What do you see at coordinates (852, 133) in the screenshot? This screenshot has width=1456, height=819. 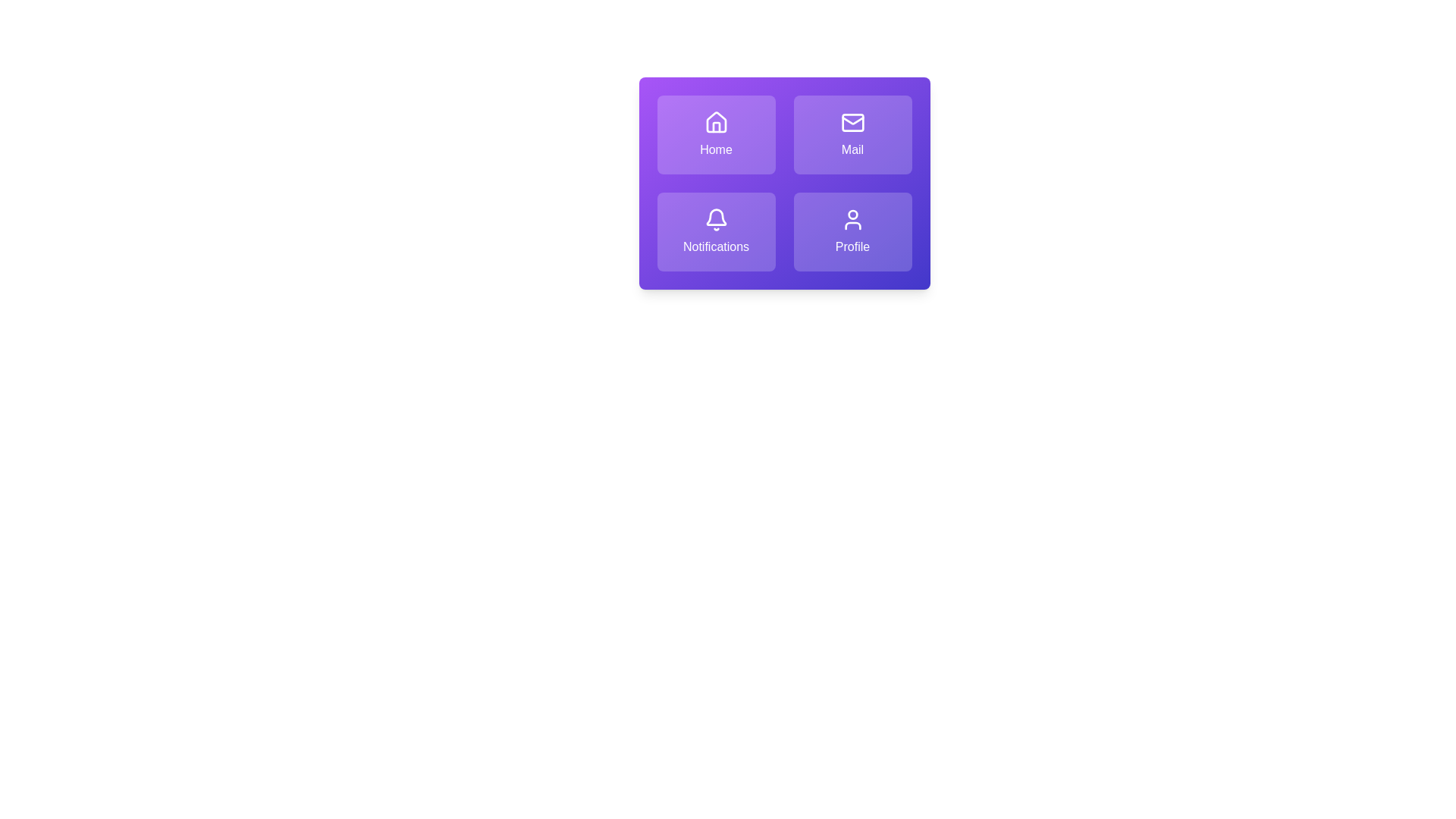 I see `the tile labeled Mail to observe its hover effect` at bounding box center [852, 133].